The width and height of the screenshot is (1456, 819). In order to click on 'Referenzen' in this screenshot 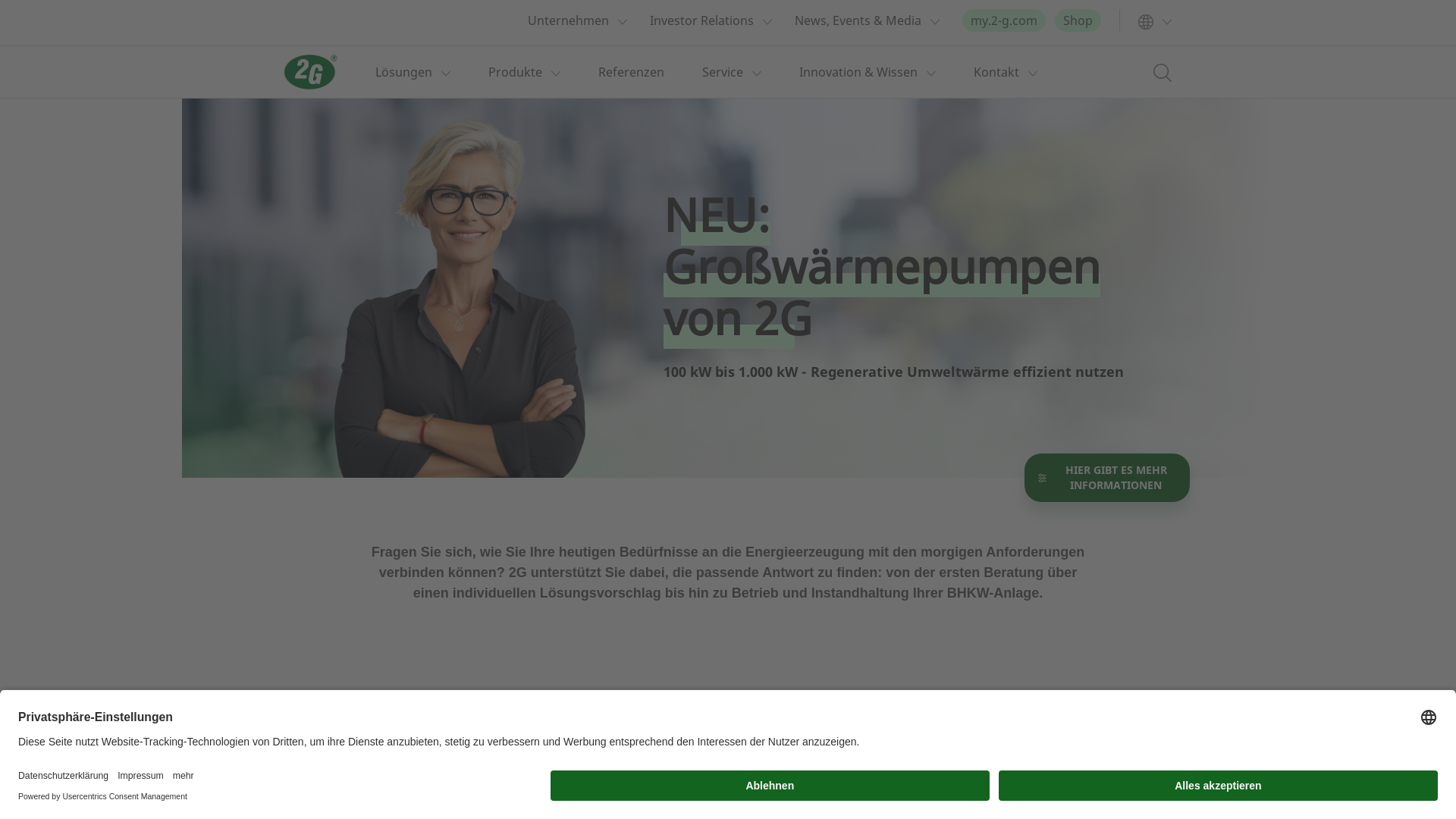, I will do `click(631, 72)`.